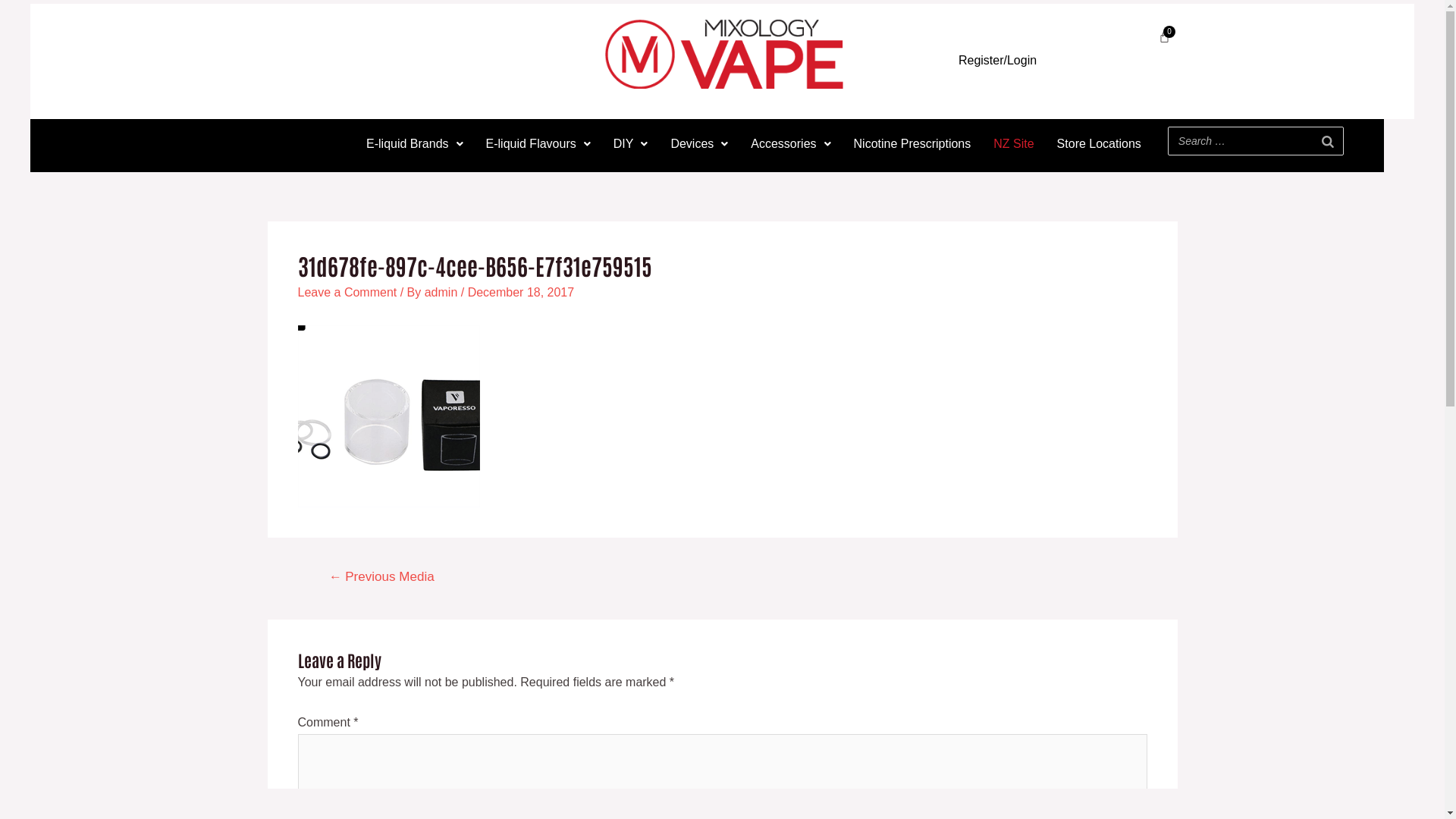 The height and width of the screenshot is (819, 1456). I want to click on 'Devices', so click(698, 143).